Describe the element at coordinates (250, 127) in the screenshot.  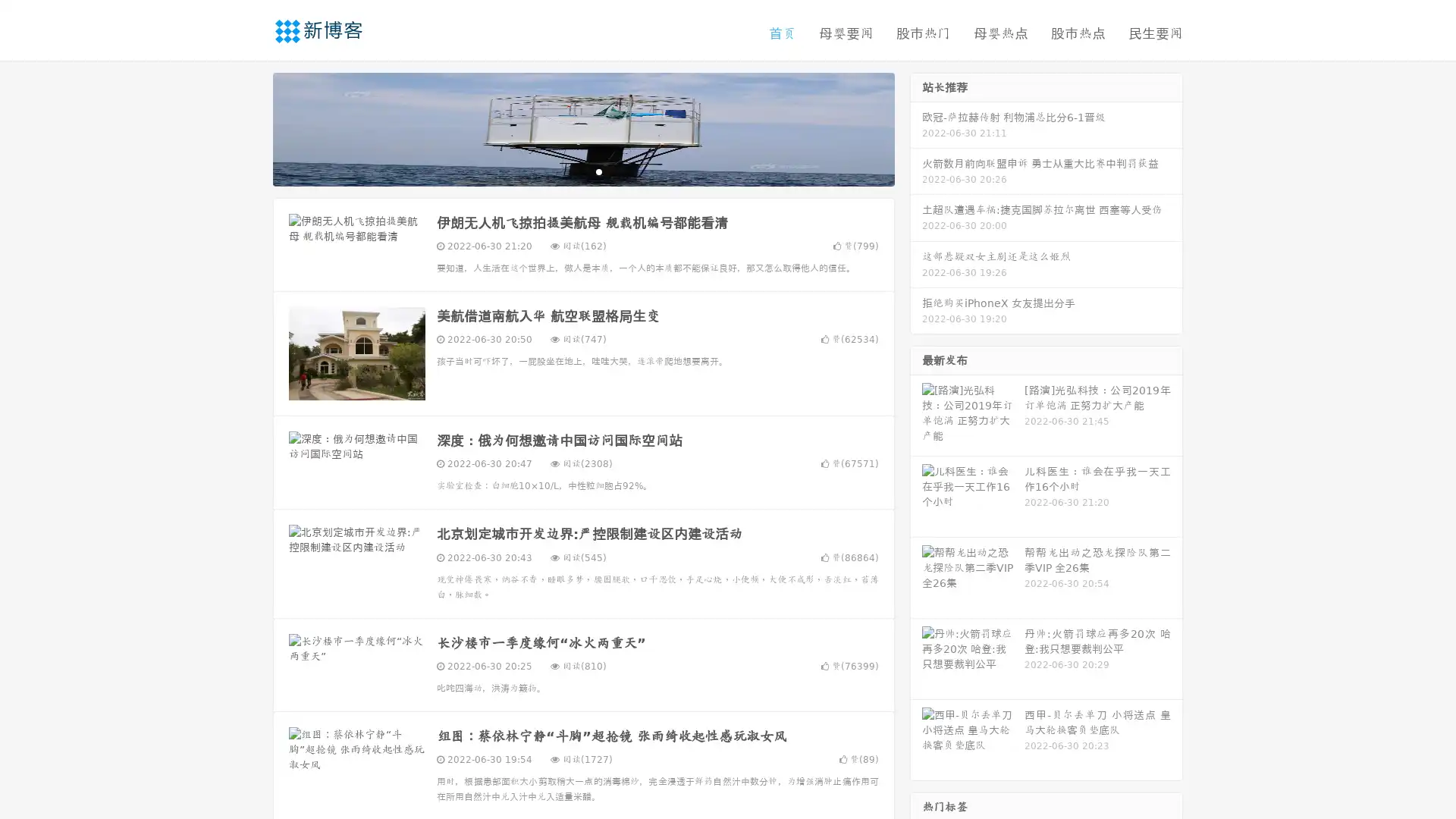
I see `Previous slide` at that location.